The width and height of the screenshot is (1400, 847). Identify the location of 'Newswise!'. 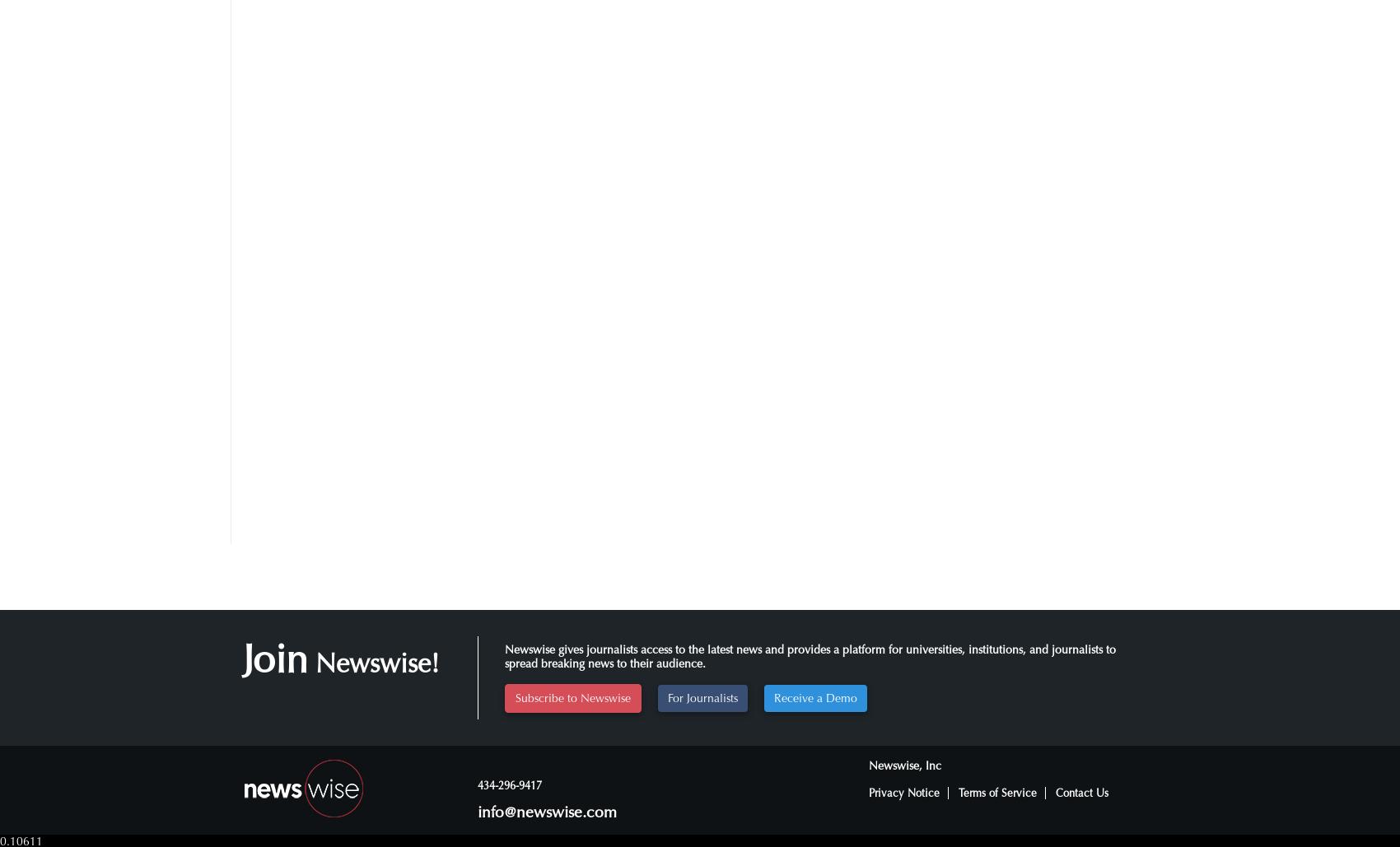
(374, 663).